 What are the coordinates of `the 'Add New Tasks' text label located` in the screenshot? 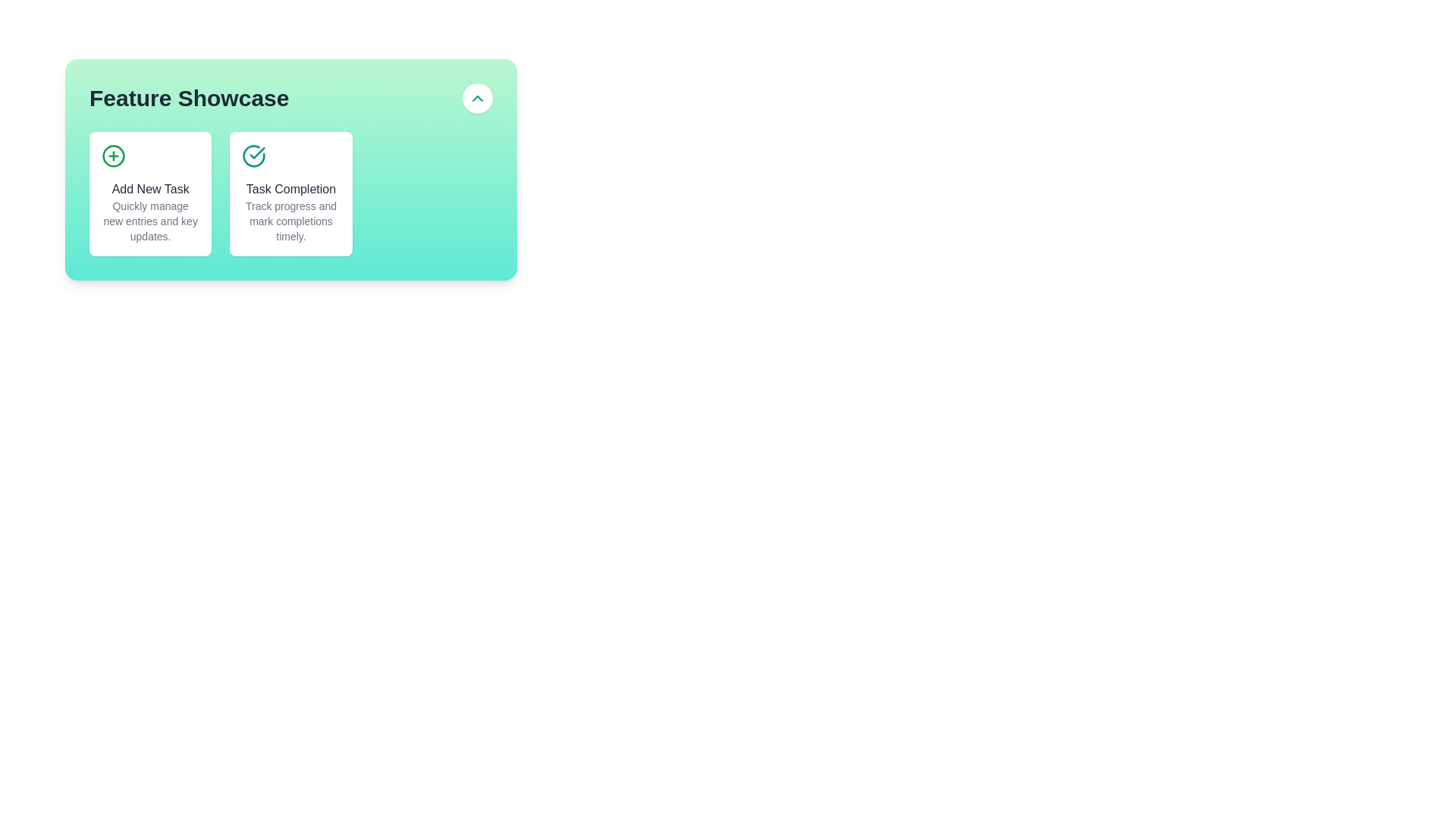 It's located at (150, 189).